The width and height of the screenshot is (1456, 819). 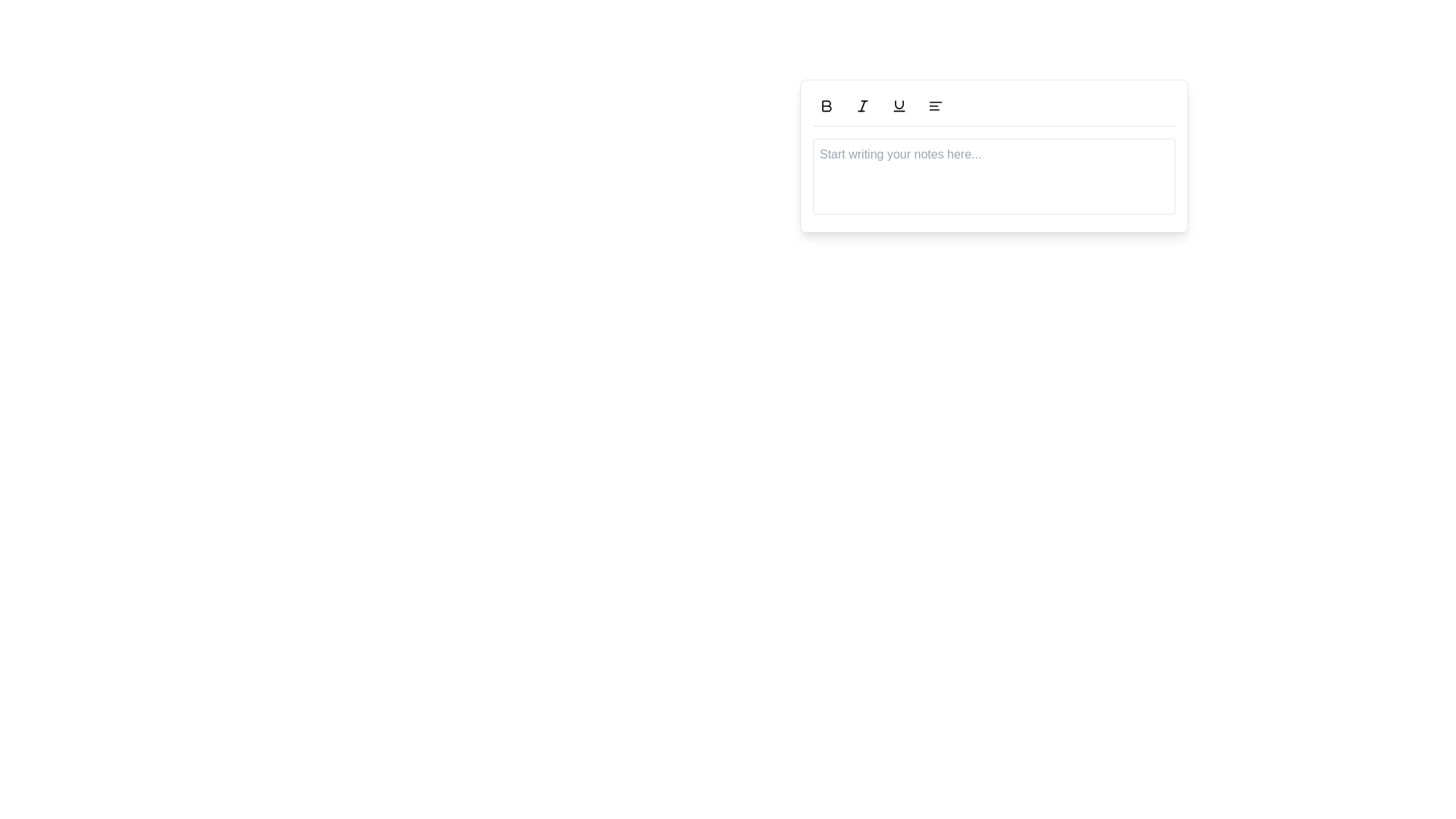 I want to click on the alignment-left SVG icon, which is a small icon with three horizontal lines, located in the top-center of the interface, so click(x=934, y=105).